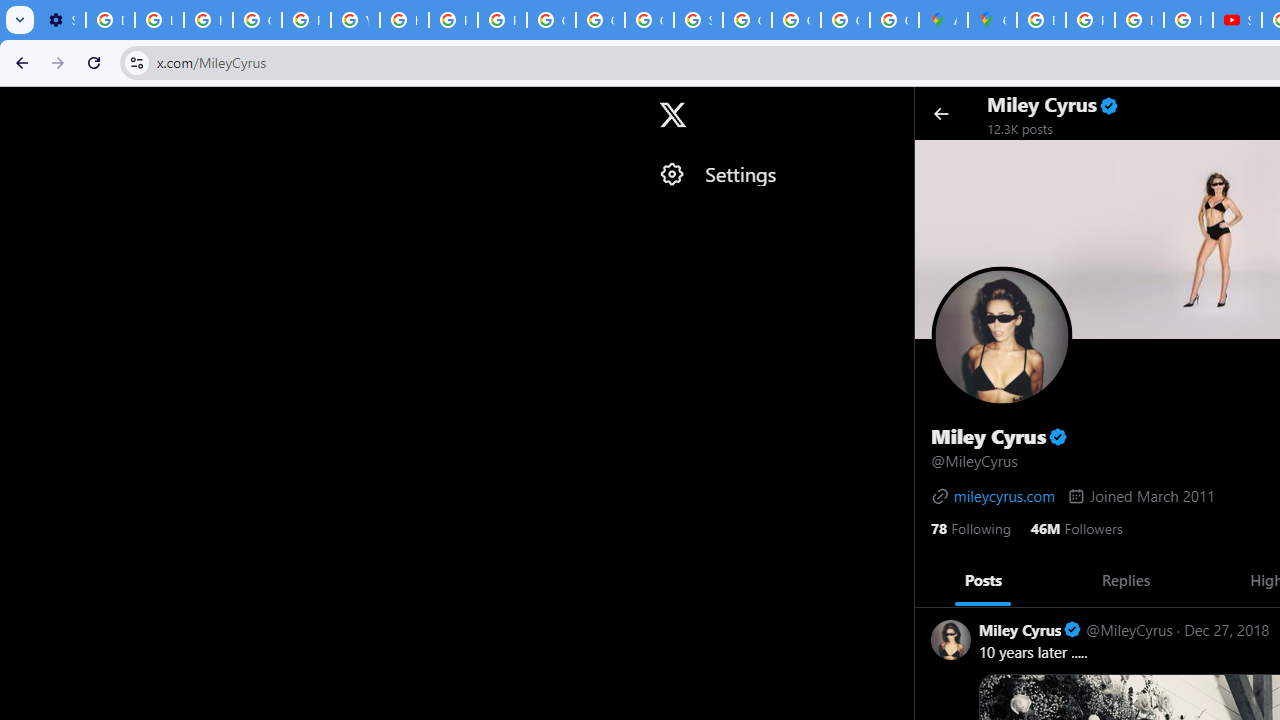 This screenshot has height=720, width=1280. I want to click on 'Opens profile photo', so click(1001, 335).